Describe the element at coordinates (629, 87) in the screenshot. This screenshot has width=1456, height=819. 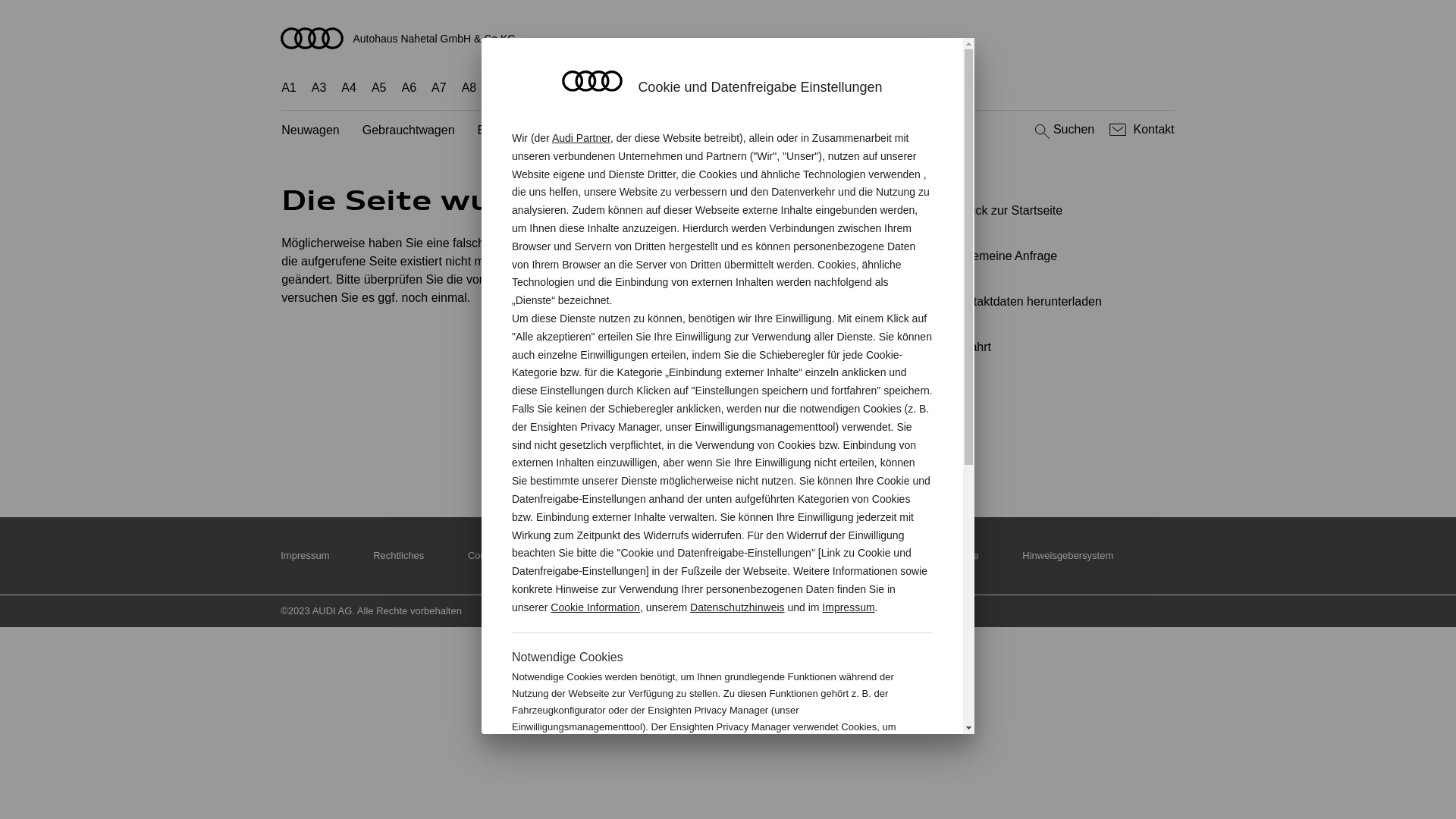
I see `'Q5'` at that location.